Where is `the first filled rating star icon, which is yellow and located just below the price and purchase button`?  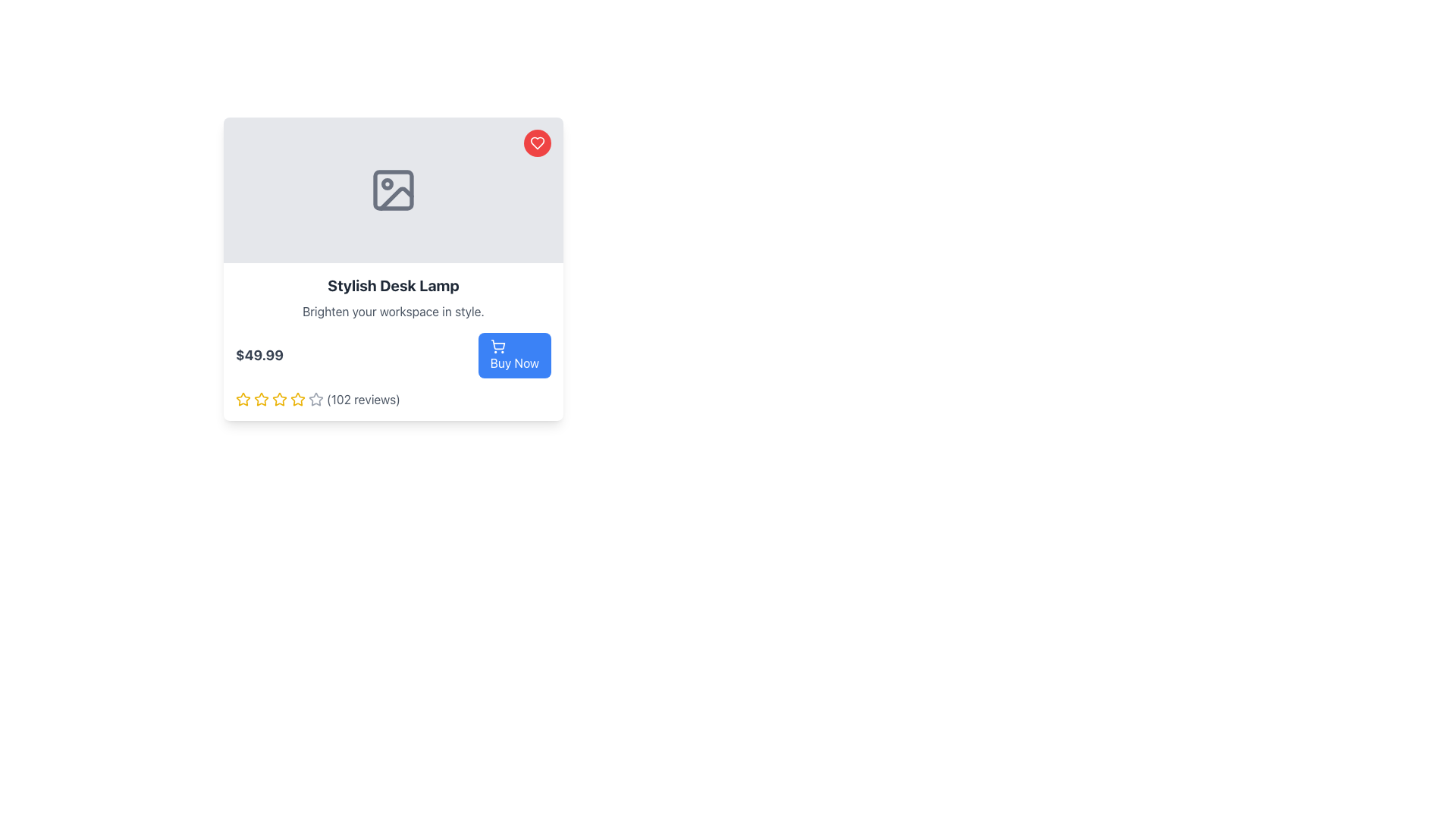 the first filled rating star icon, which is yellow and located just below the price and purchase button is located at coordinates (243, 399).